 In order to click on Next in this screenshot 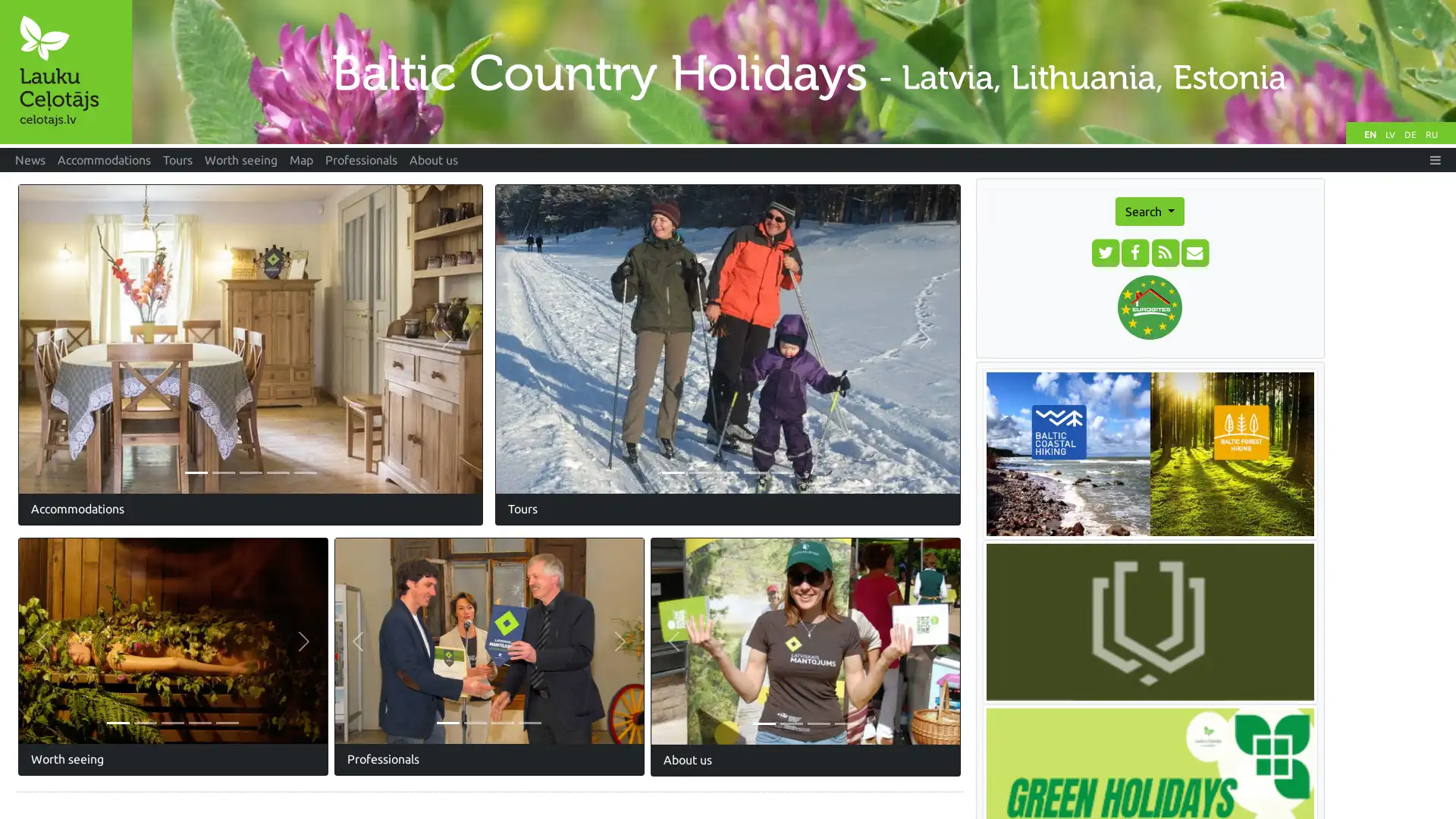, I will do `click(620, 641)`.